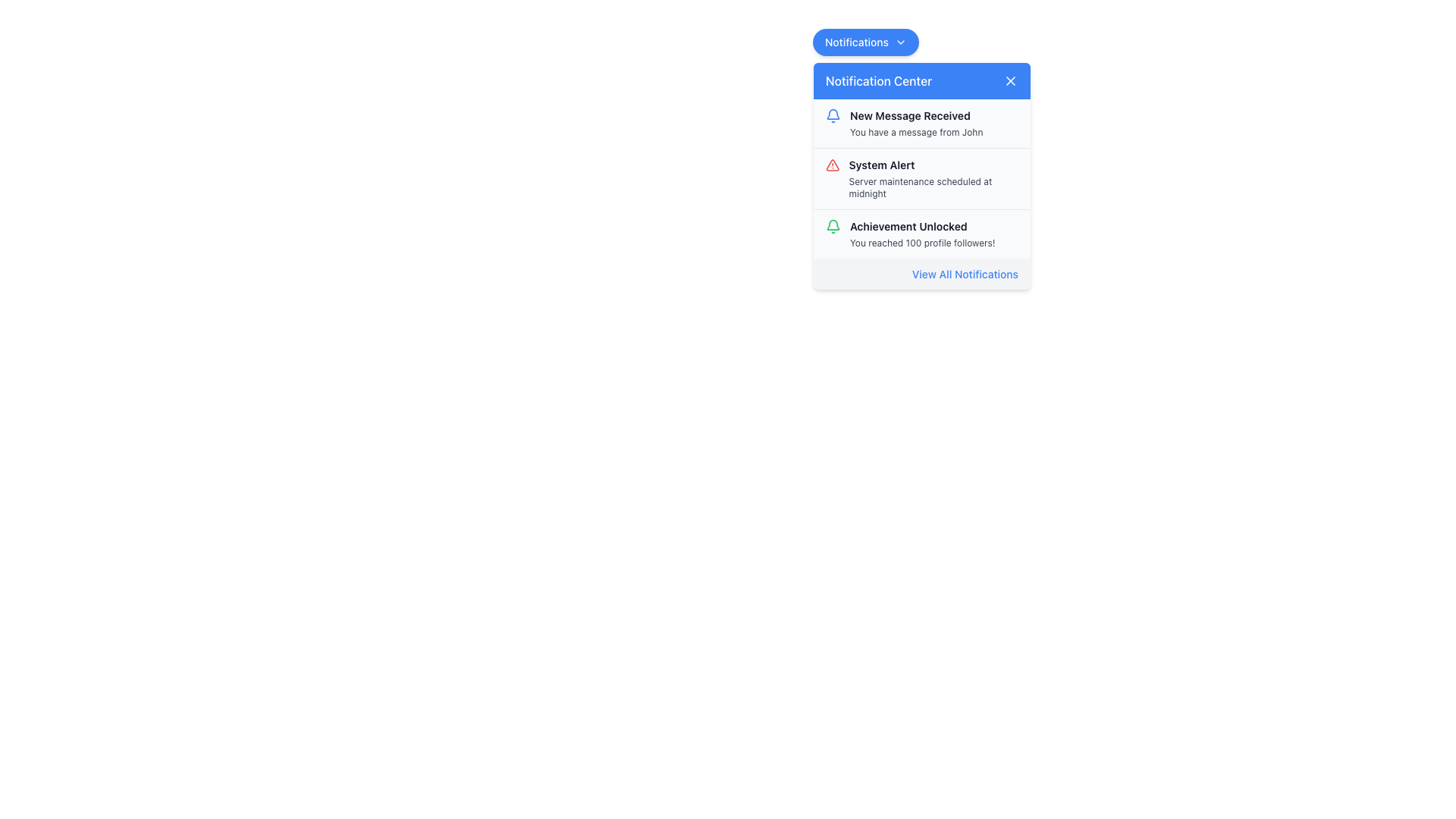 This screenshot has height=819, width=1456. What do you see at coordinates (921, 274) in the screenshot?
I see `the 'View All Notifications' hyperlink styled as a button` at bounding box center [921, 274].